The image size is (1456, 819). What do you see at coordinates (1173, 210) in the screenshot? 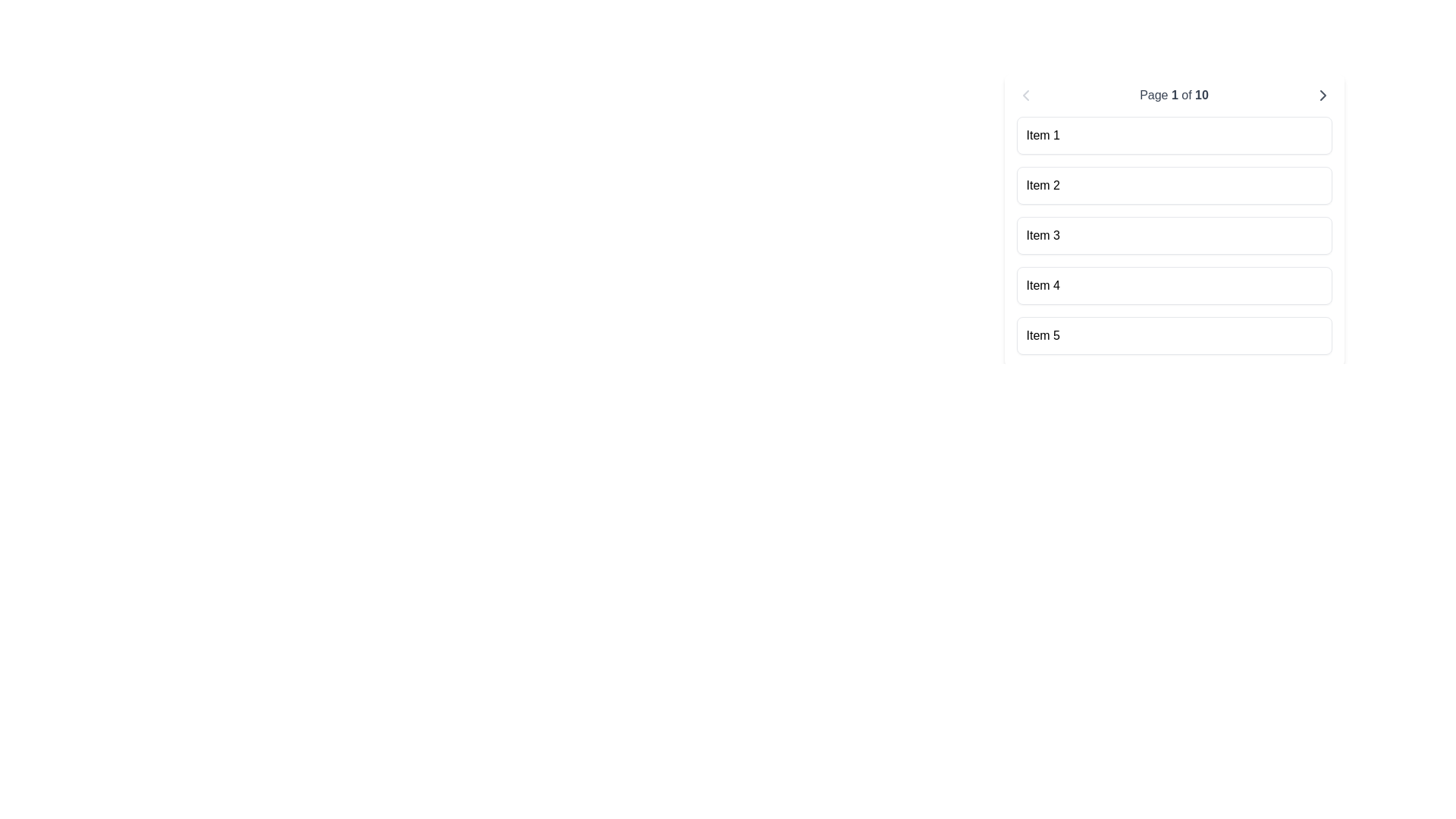
I see `the vertically scrollable list located in the top-right region of the interface` at bounding box center [1173, 210].